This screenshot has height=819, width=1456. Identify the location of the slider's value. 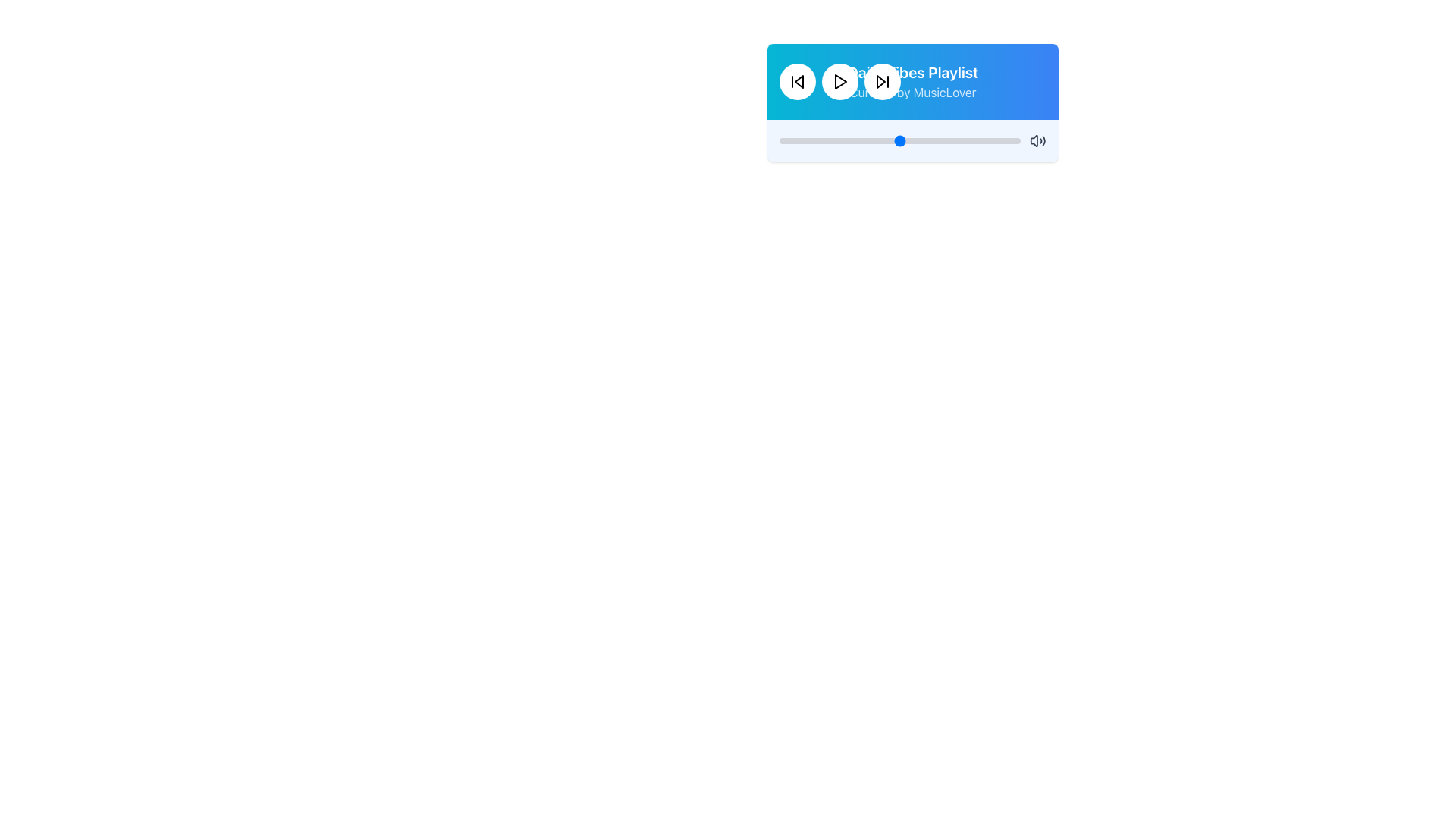
(999, 137).